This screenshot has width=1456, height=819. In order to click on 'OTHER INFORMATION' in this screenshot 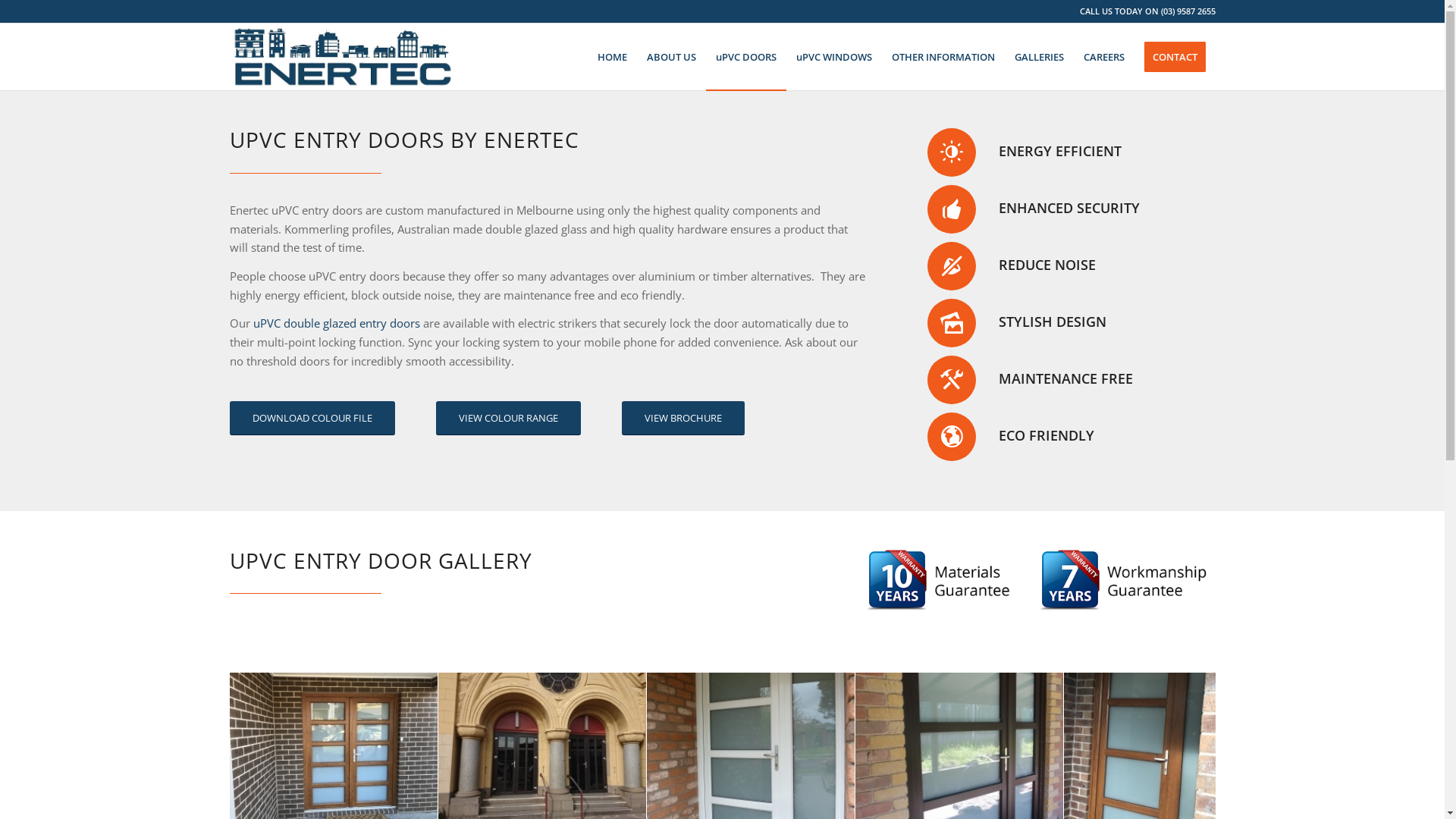, I will do `click(942, 55)`.